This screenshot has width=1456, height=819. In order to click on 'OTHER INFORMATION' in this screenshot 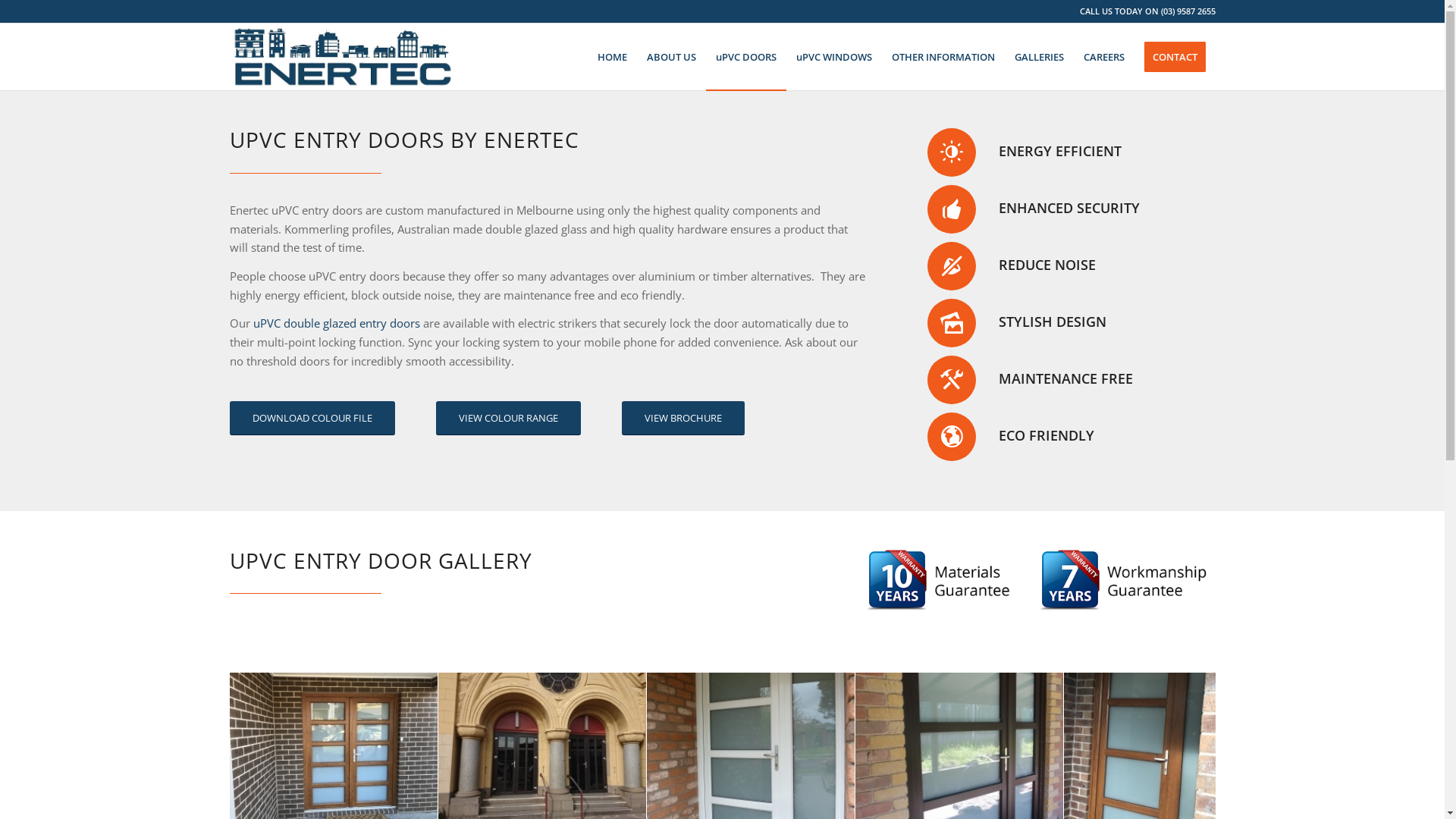, I will do `click(942, 55)`.